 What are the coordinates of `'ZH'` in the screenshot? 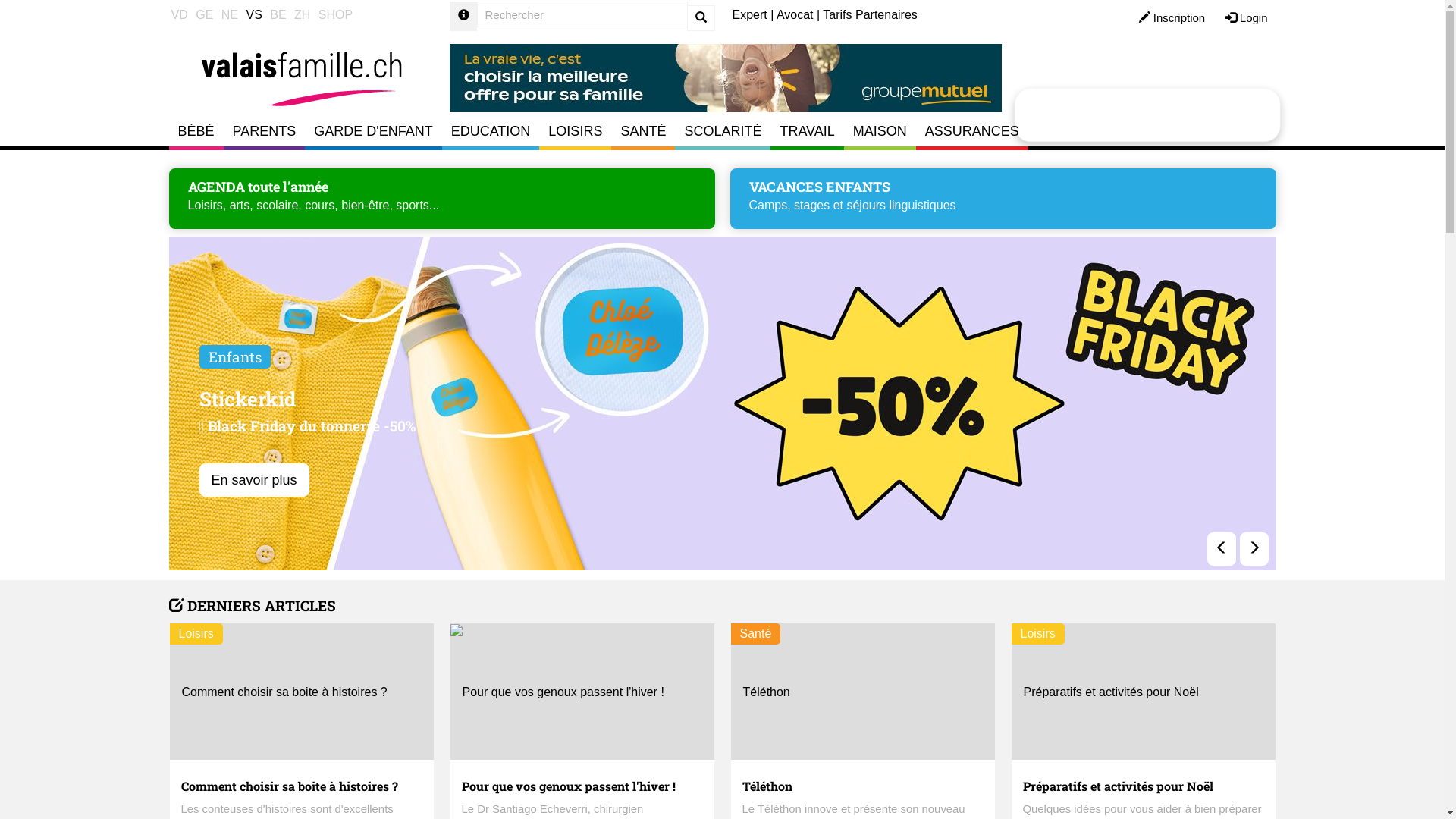 It's located at (302, 15).